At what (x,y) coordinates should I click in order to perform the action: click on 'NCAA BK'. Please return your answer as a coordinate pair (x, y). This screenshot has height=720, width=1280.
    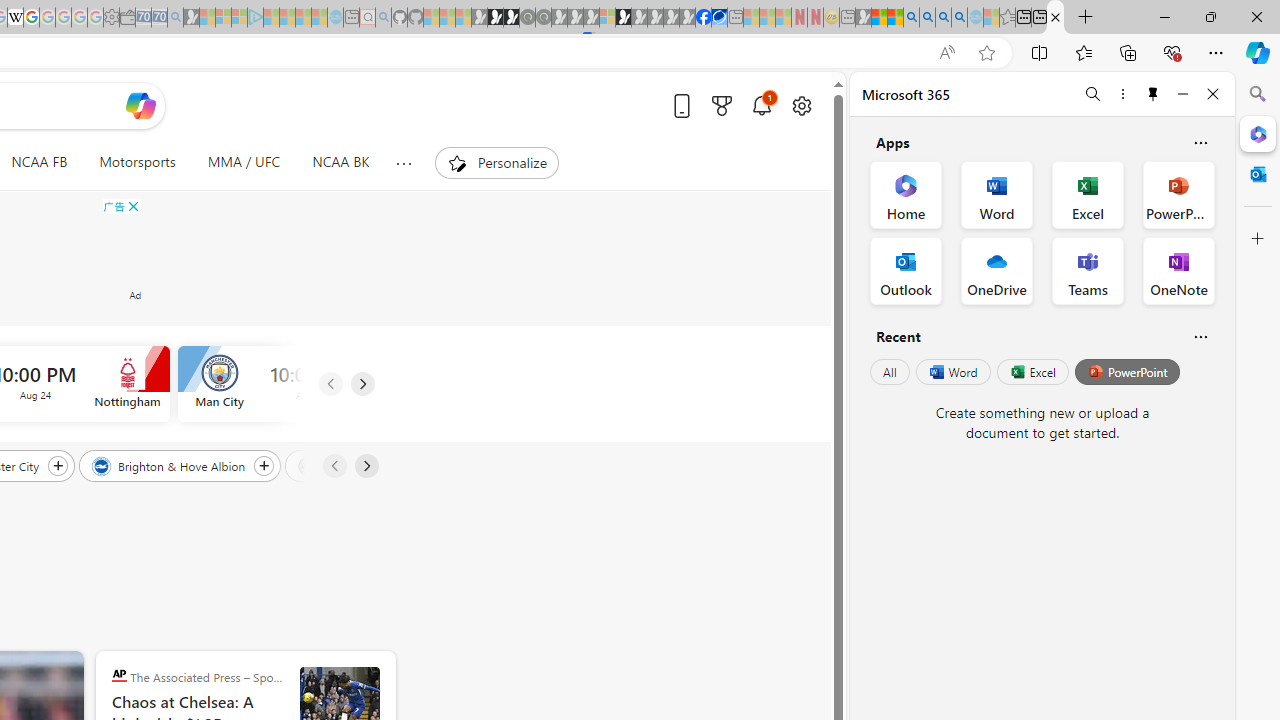
    Looking at the image, I should click on (341, 162).